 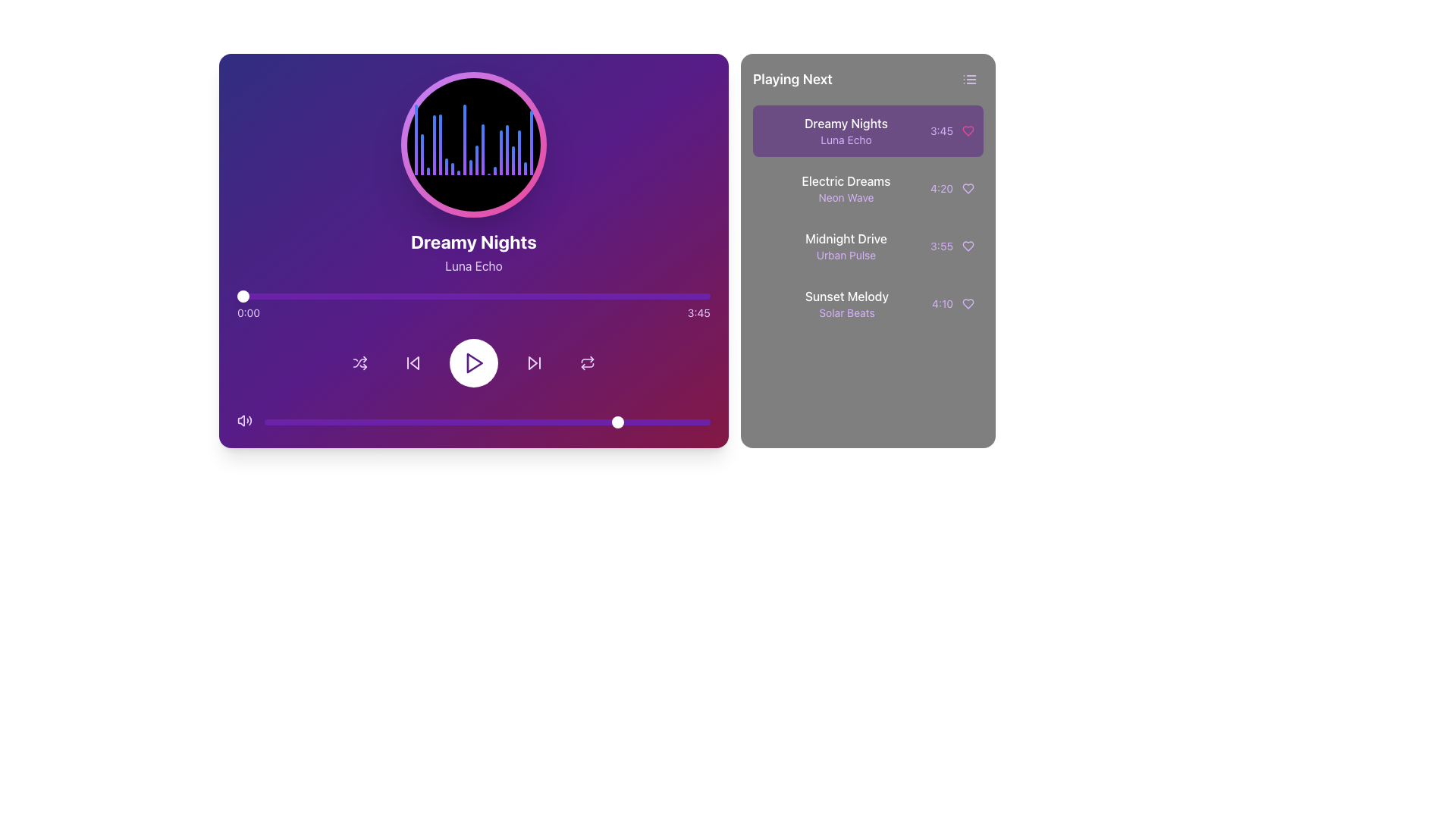 I want to click on the repeat playback mode button located to the immediate right of the main play button in the music player control panel, so click(x=586, y=362).